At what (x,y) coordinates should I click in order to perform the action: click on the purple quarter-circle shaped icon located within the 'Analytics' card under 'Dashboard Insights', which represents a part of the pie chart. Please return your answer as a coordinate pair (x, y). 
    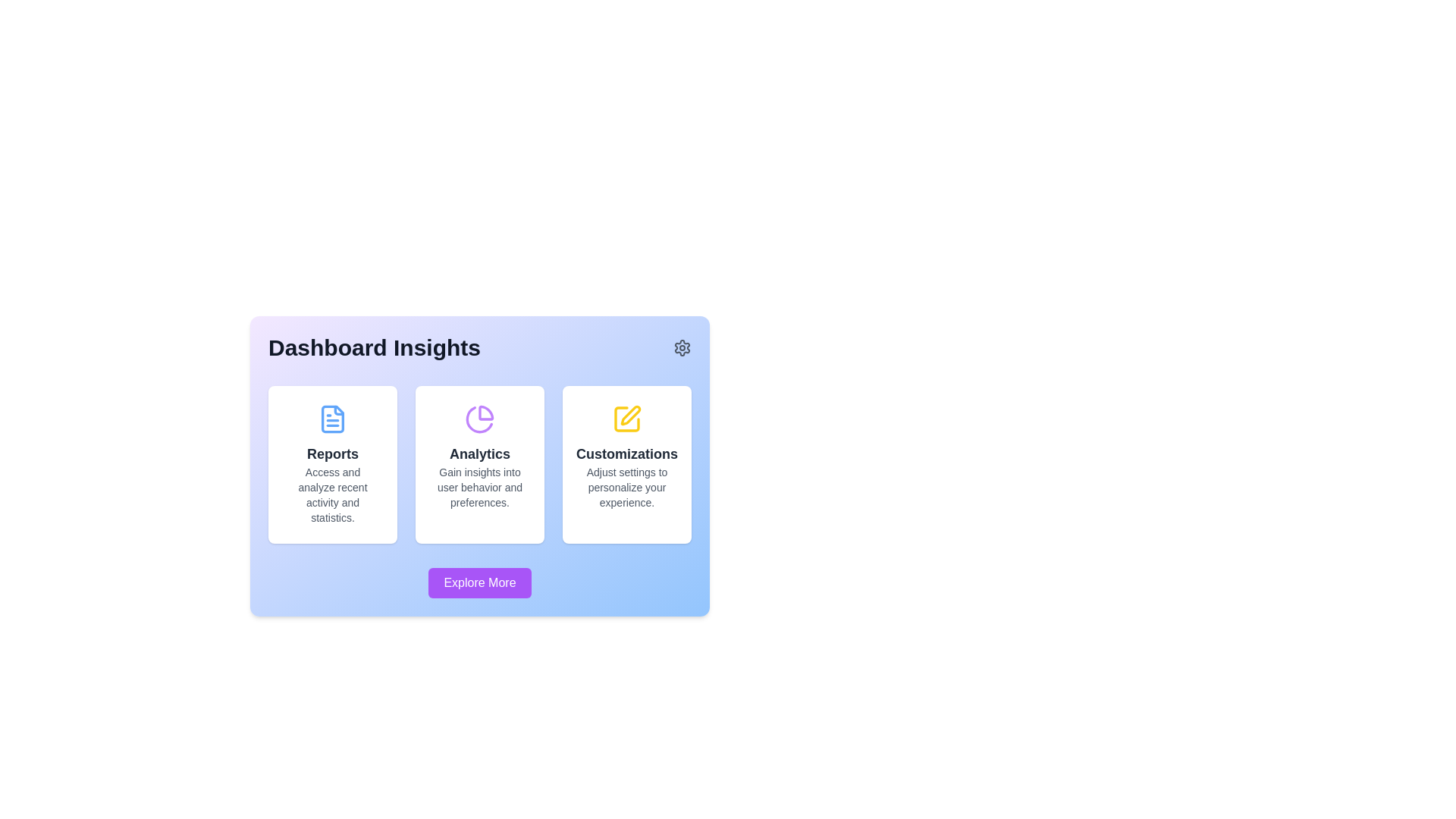
    Looking at the image, I should click on (486, 412).